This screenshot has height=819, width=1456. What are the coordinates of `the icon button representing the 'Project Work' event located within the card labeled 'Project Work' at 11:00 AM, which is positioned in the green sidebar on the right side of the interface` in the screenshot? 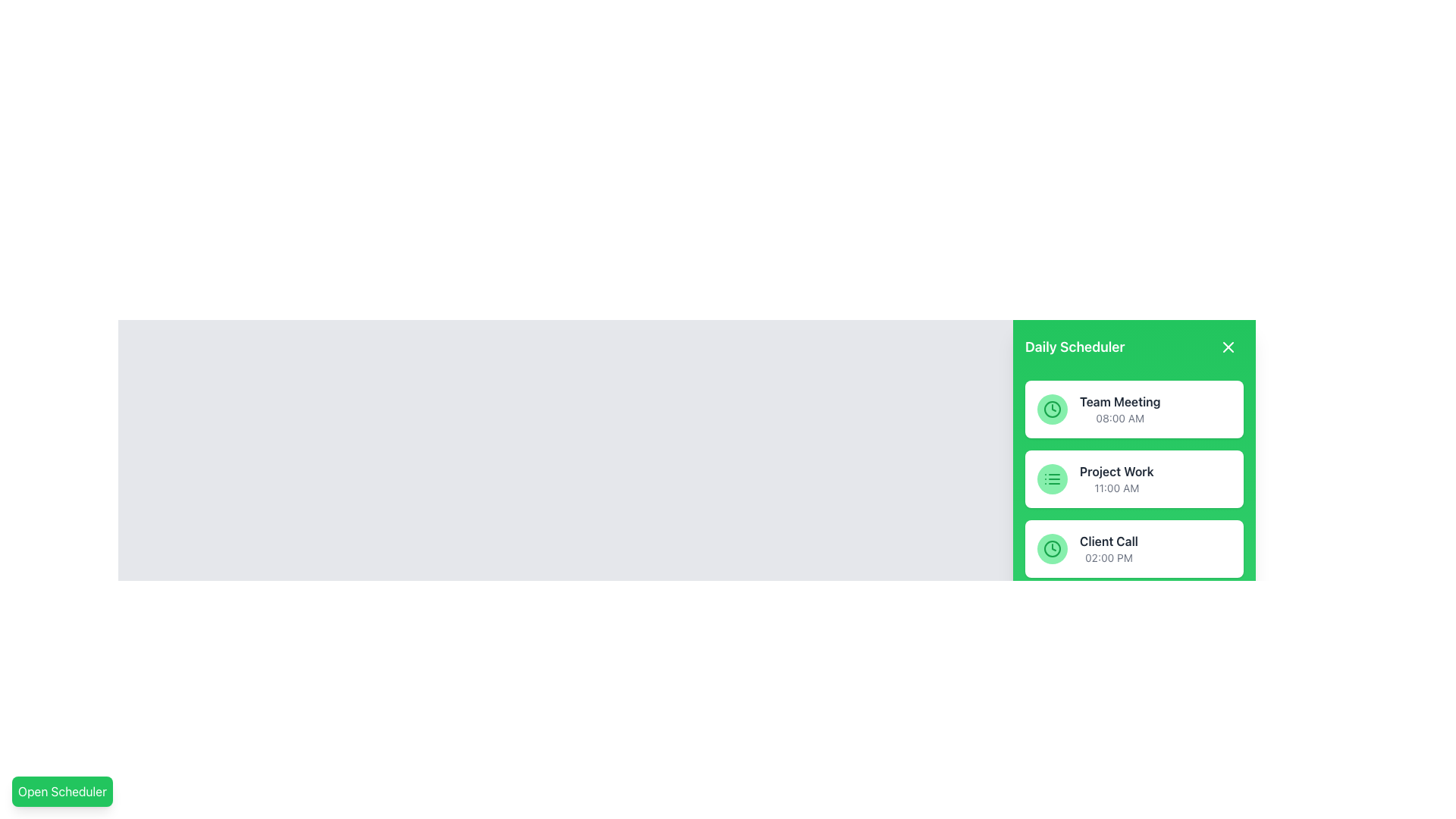 It's located at (1051, 479).